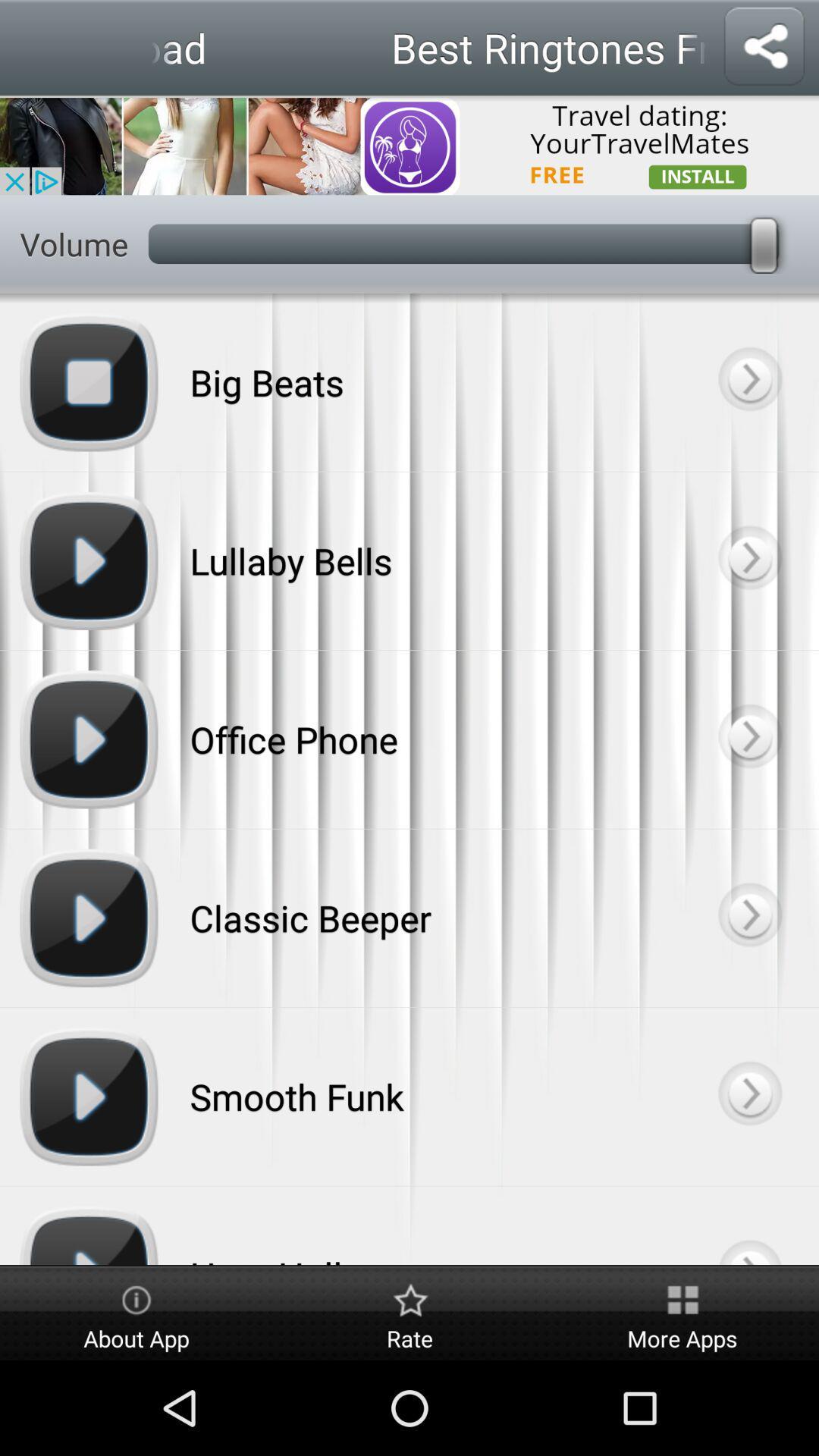 The image size is (819, 1456). What do you see at coordinates (409, 145) in the screenshot?
I see `search about add` at bounding box center [409, 145].